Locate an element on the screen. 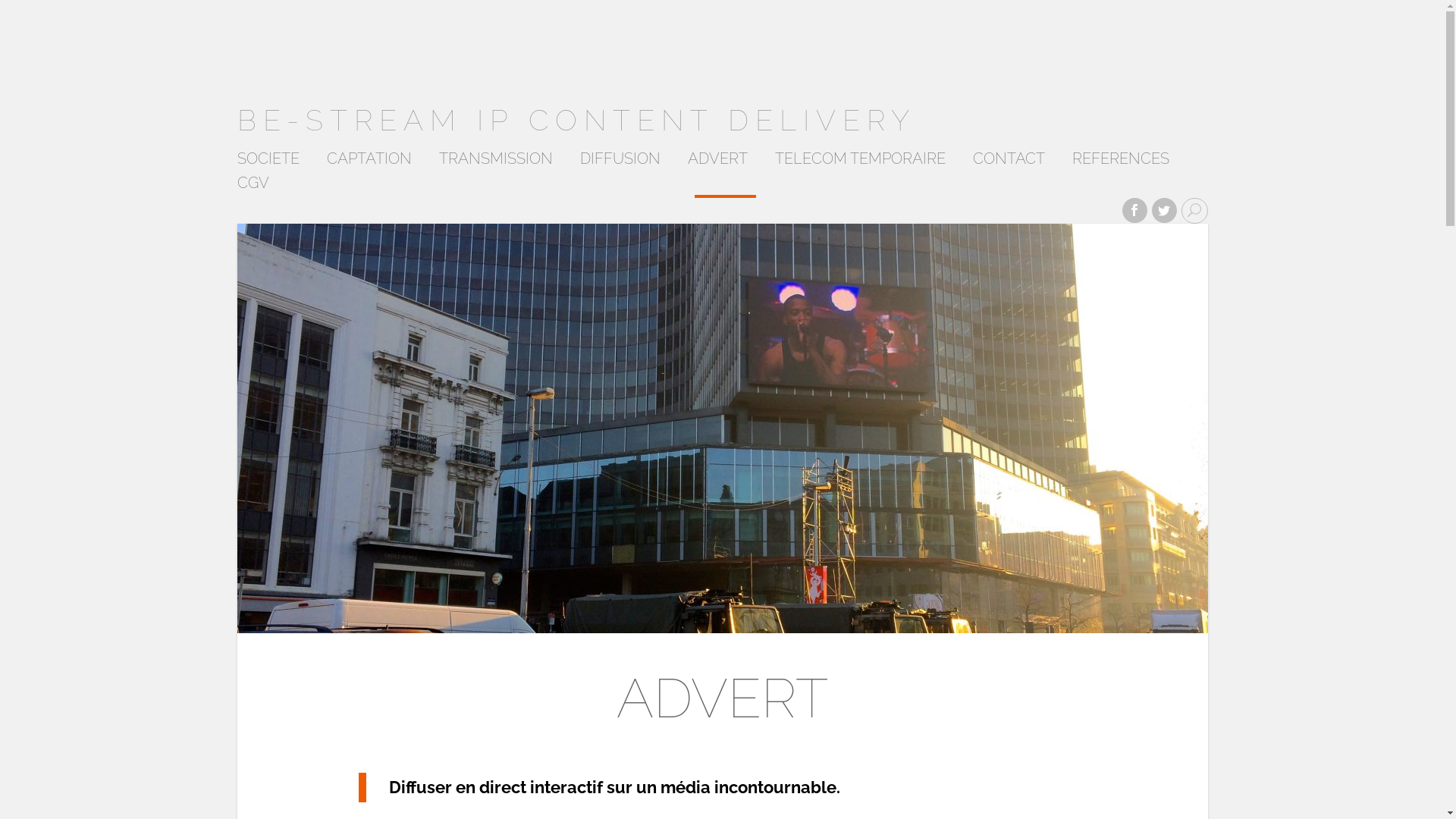  'REFERENCES' is located at coordinates (1121, 162).